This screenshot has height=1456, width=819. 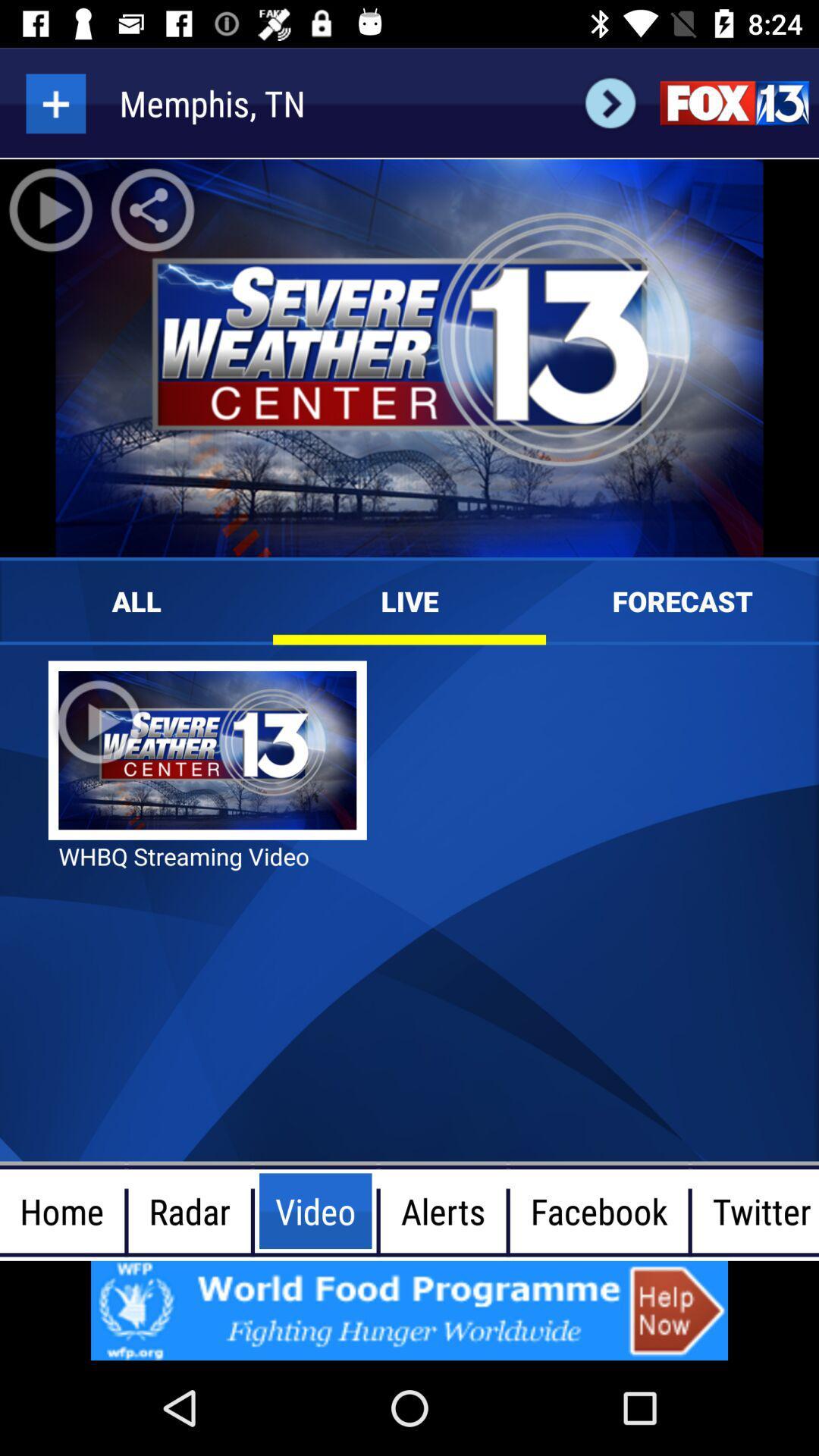 What do you see at coordinates (610, 102) in the screenshot?
I see `click arrow button` at bounding box center [610, 102].